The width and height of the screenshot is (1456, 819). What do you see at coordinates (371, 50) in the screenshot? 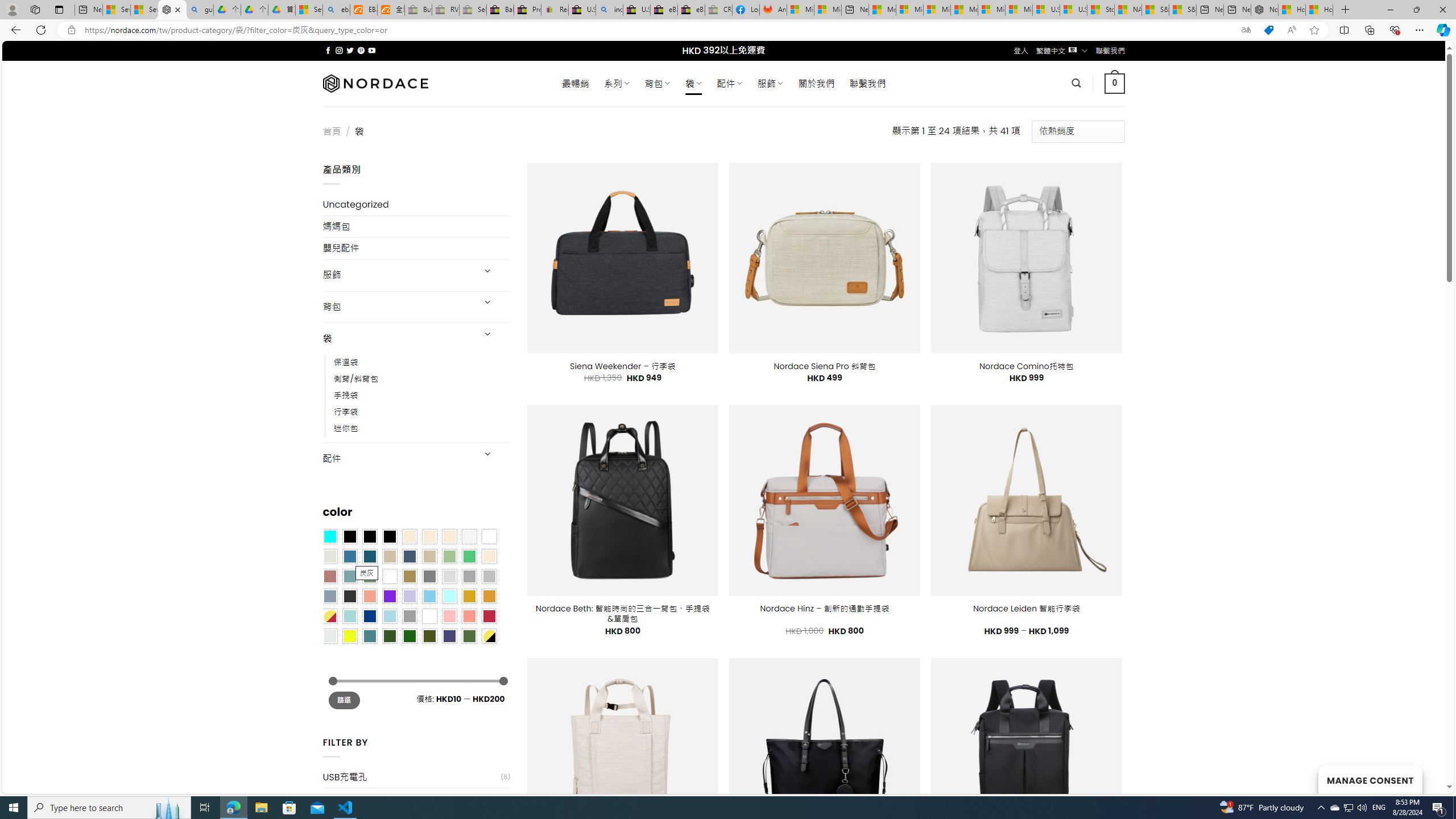
I see `'Follow on YouTube'` at bounding box center [371, 50].